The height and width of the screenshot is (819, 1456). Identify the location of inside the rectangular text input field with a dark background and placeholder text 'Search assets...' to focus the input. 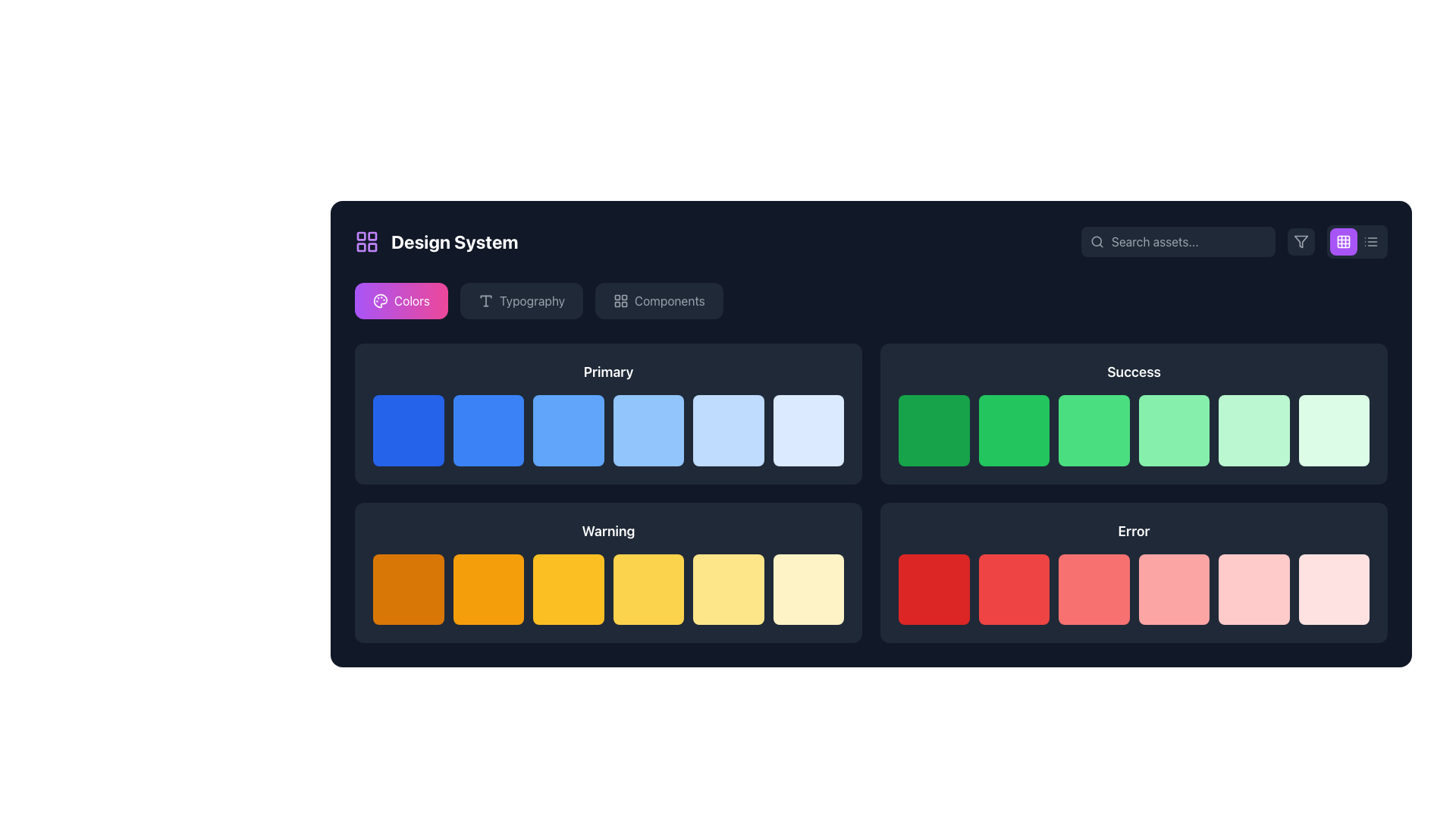
(1178, 241).